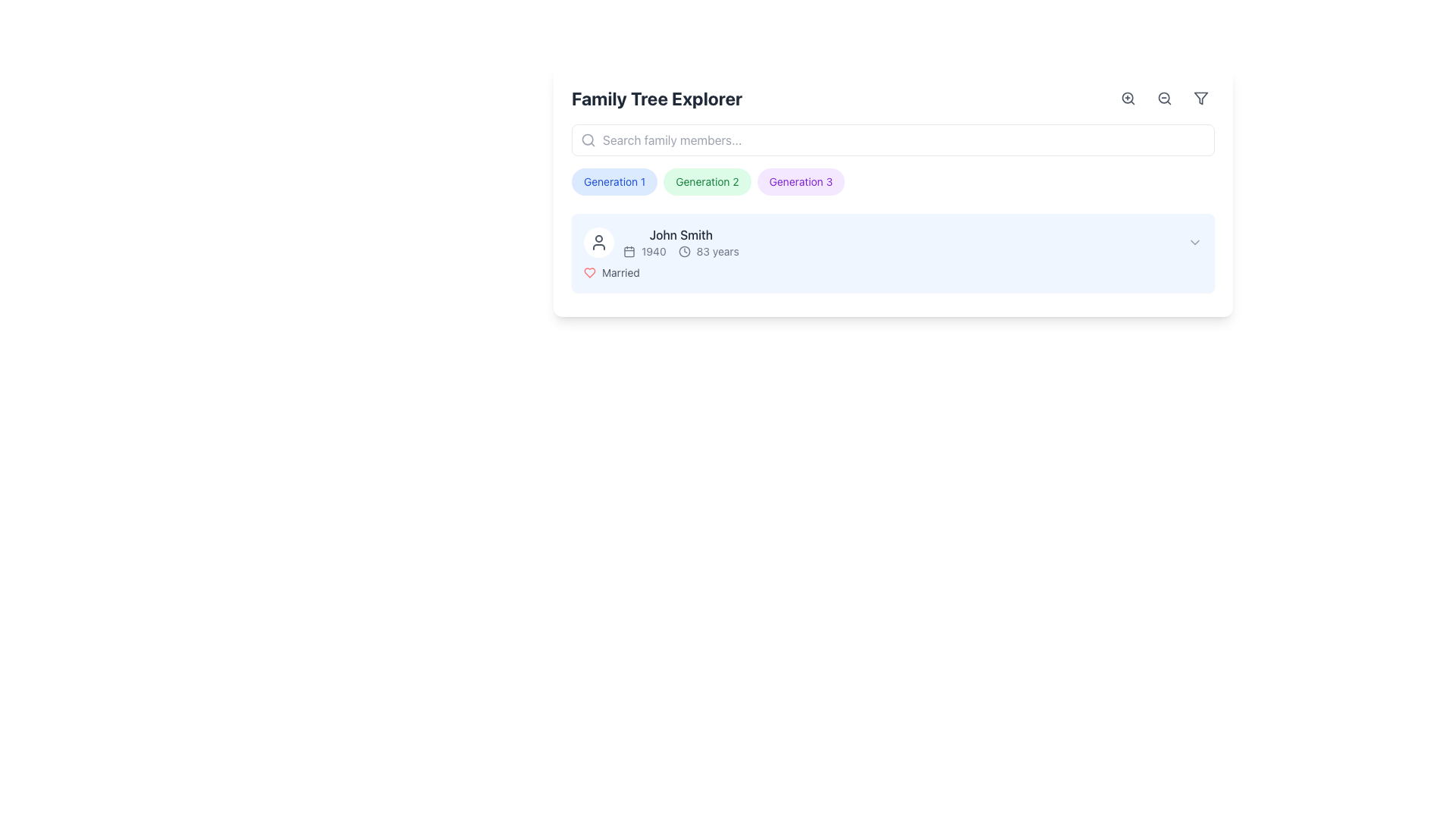 The width and height of the screenshot is (1456, 819). Describe the element at coordinates (683, 250) in the screenshot. I see `the SVG Circle element that serves as the outermost component of the clock icon, located to the left of the text '1940' in the Family Tree Explorer interface` at that location.